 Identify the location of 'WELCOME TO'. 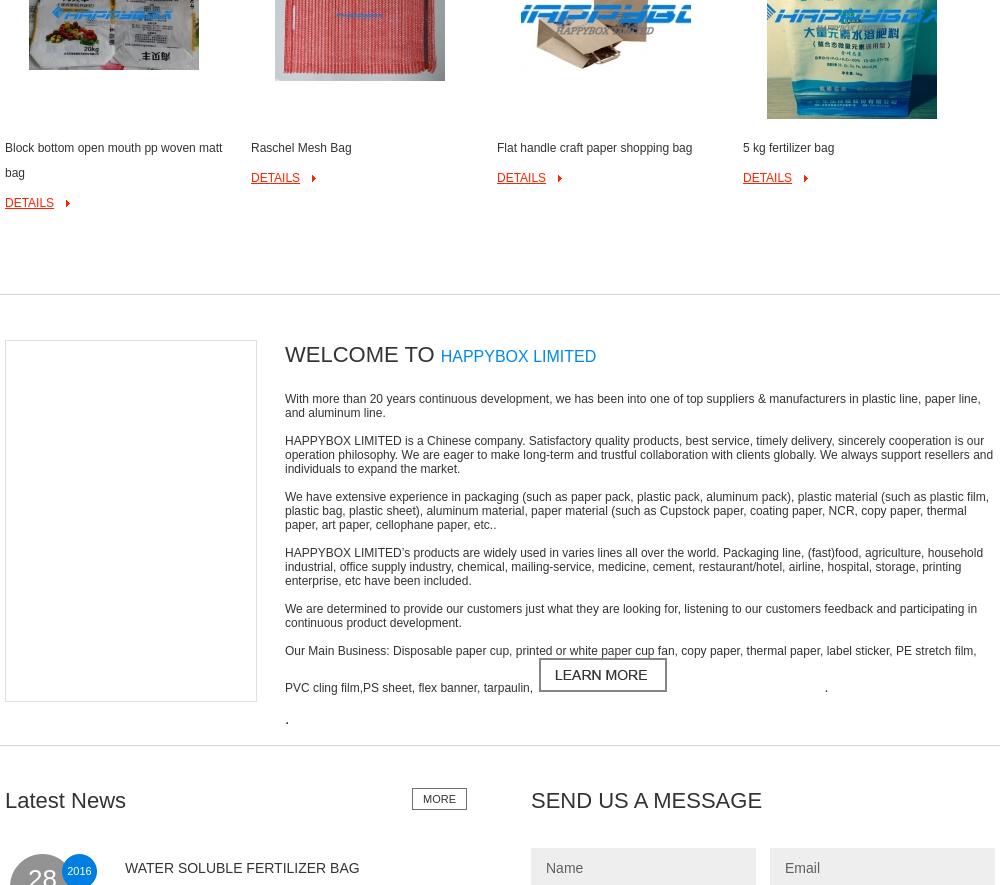
(361, 354).